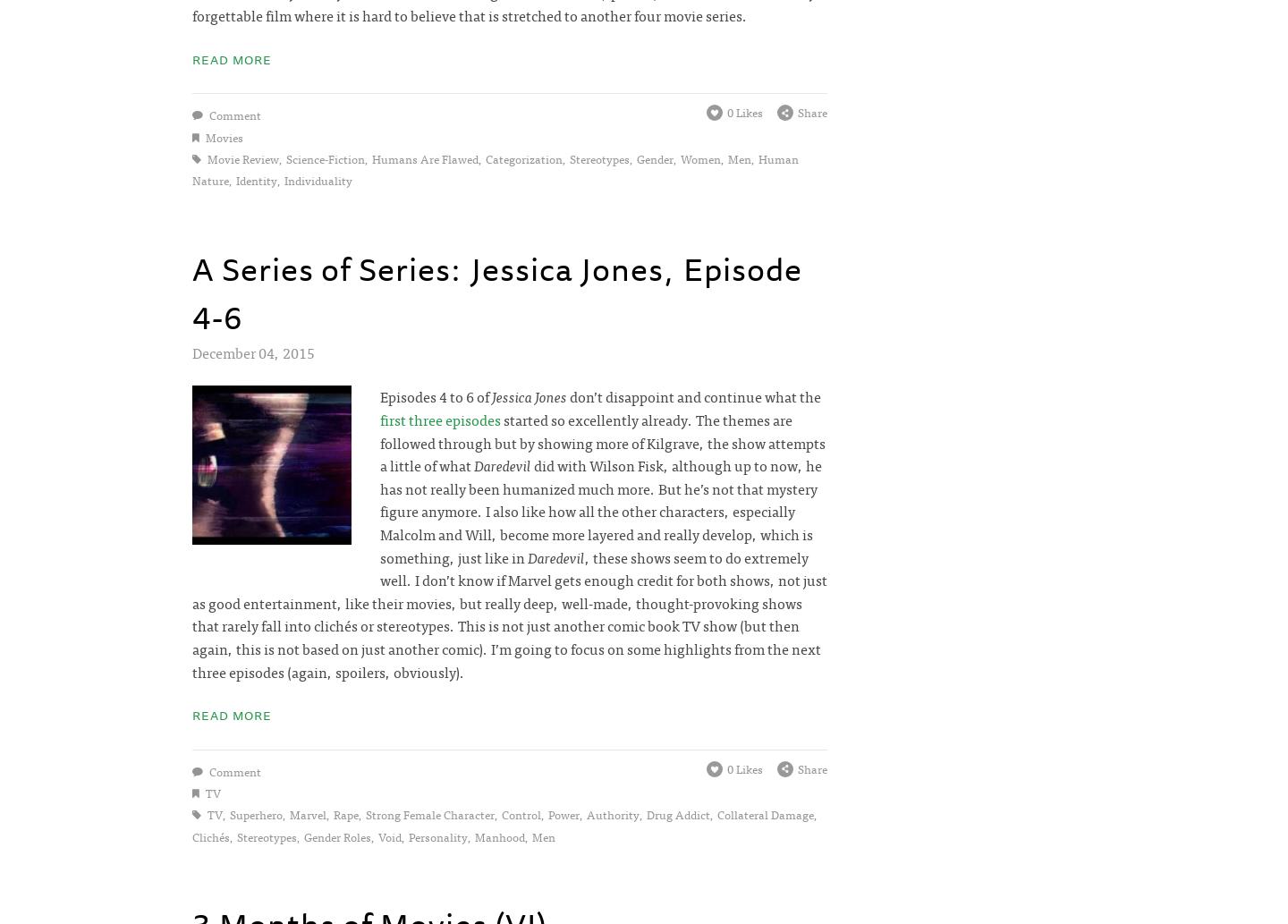 This screenshot has height=924, width=1288. What do you see at coordinates (565, 395) in the screenshot?
I see `'don’t disappoint and continue what the'` at bounding box center [565, 395].